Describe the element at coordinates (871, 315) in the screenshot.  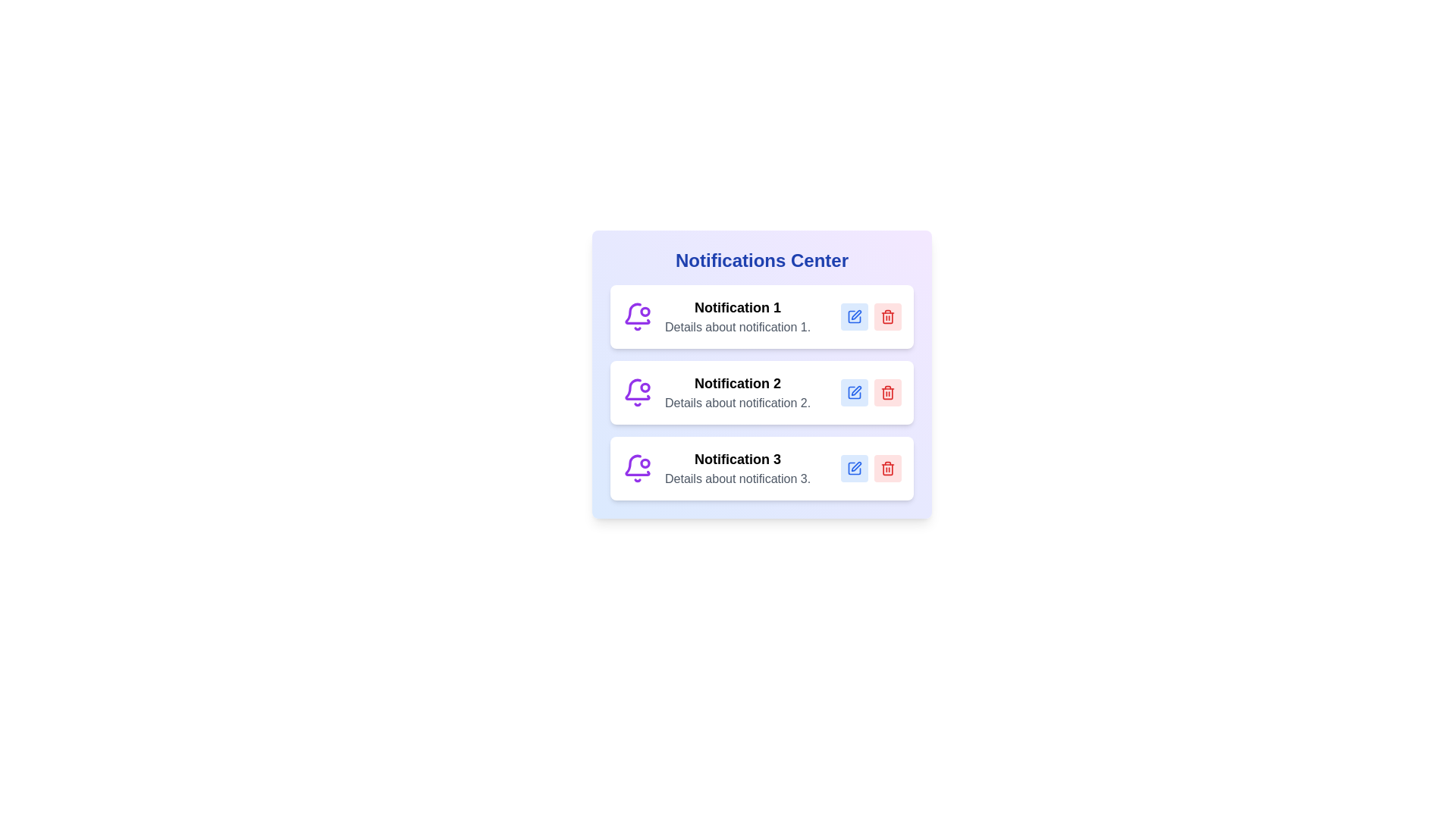
I see `the interactive control group consisting of two buttons, which includes a blue pen icon on the left and a red trash bin icon on the right, located in the topmost notification card` at that location.